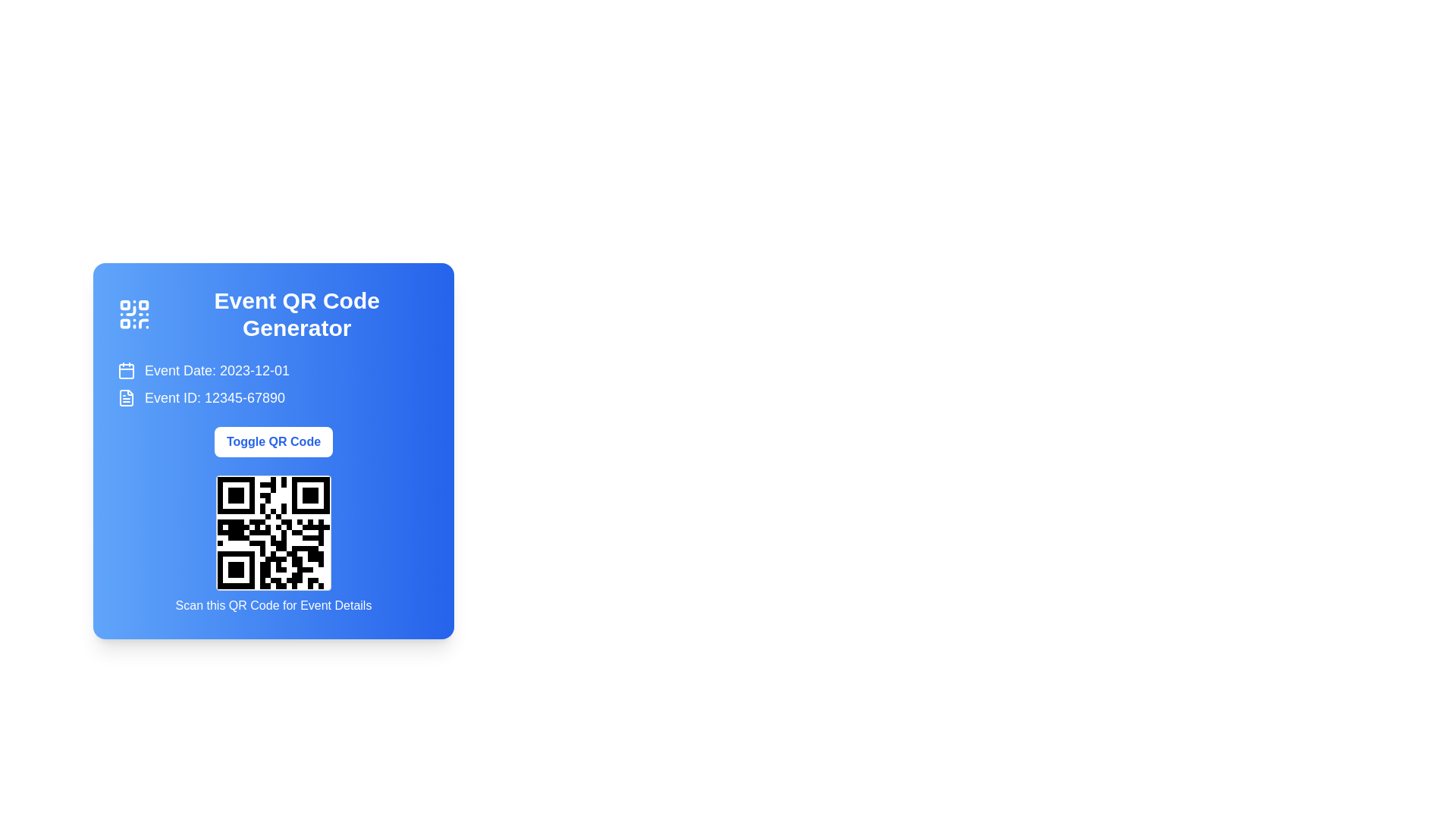  What do you see at coordinates (127, 371) in the screenshot?
I see `the SVG graphic icon located to the left of the 'Event Date: 2023-12-01' label to associate it with the adjacent text` at bounding box center [127, 371].